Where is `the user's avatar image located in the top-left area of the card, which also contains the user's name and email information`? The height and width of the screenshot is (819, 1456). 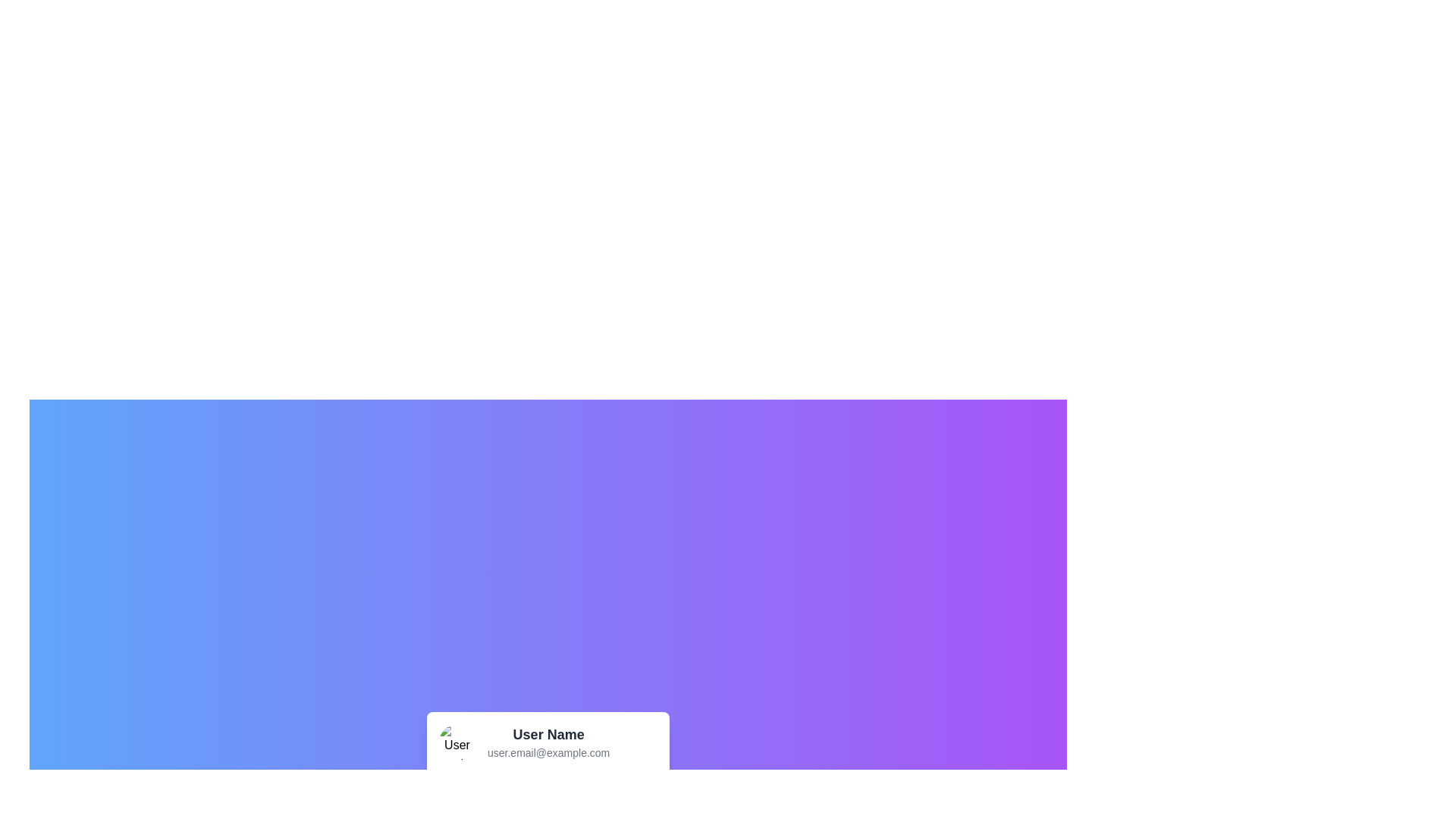 the user's avatar image located in the top-left area of the card, which also contains the user's name and email information is located at coordinates (457, 741).